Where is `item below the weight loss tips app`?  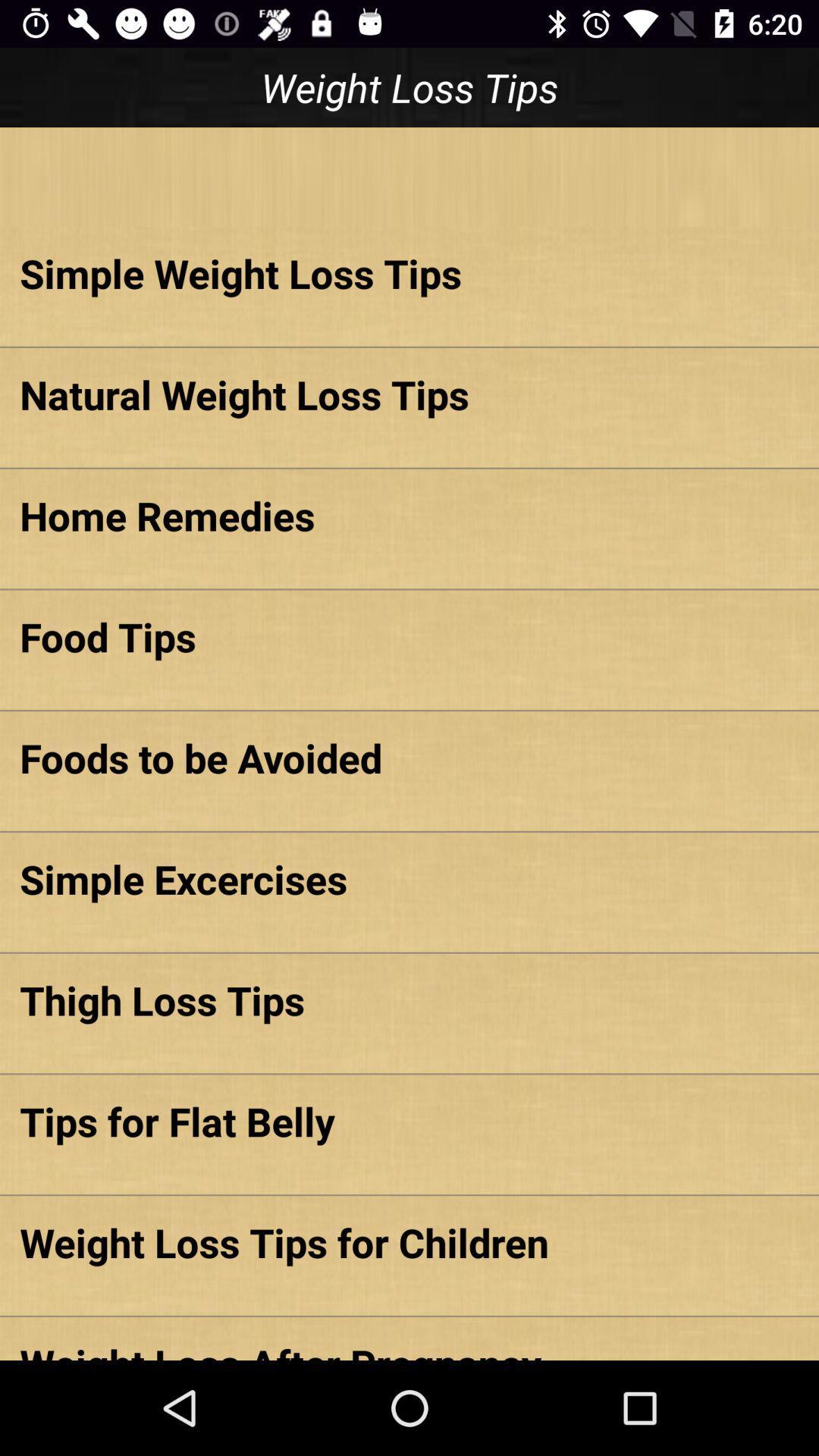
item below the weight loss tips app is located at coordinates (409, 177).